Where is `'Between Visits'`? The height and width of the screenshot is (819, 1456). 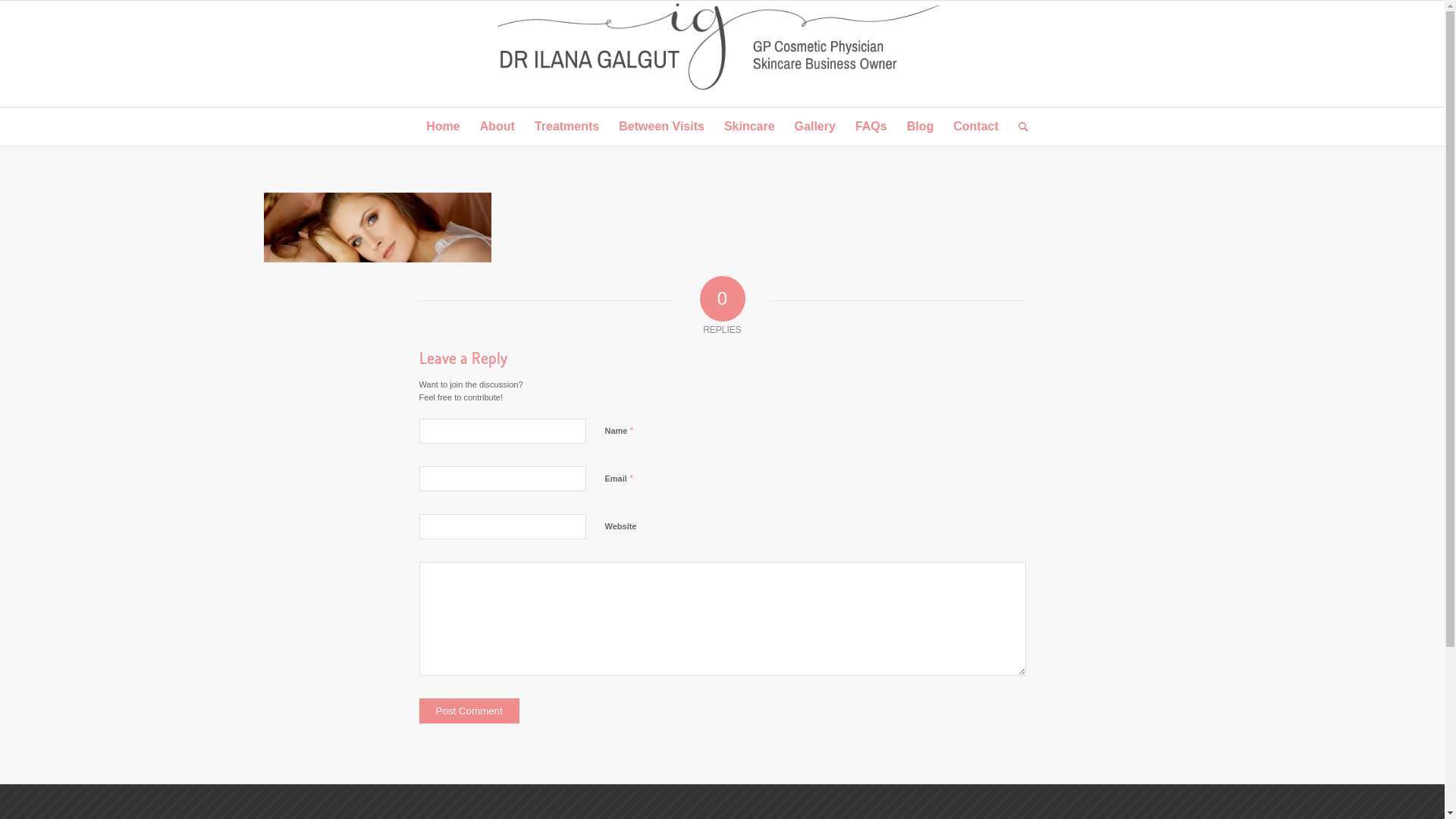 'Between Visits' is located at coordinates (661, 125).